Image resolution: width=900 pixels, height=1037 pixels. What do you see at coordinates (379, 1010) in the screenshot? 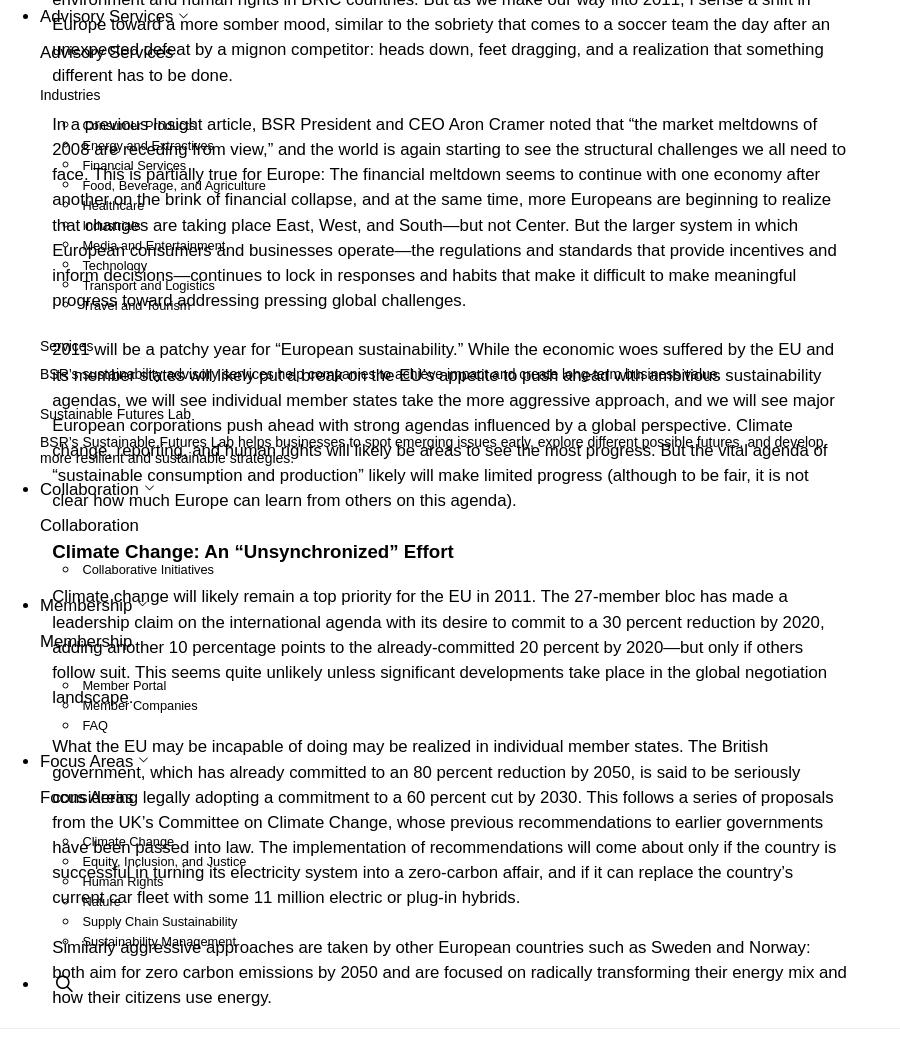
I see `'| Build a More Inclusive Global Supply Chain'` at bounding box center [379, 1010].